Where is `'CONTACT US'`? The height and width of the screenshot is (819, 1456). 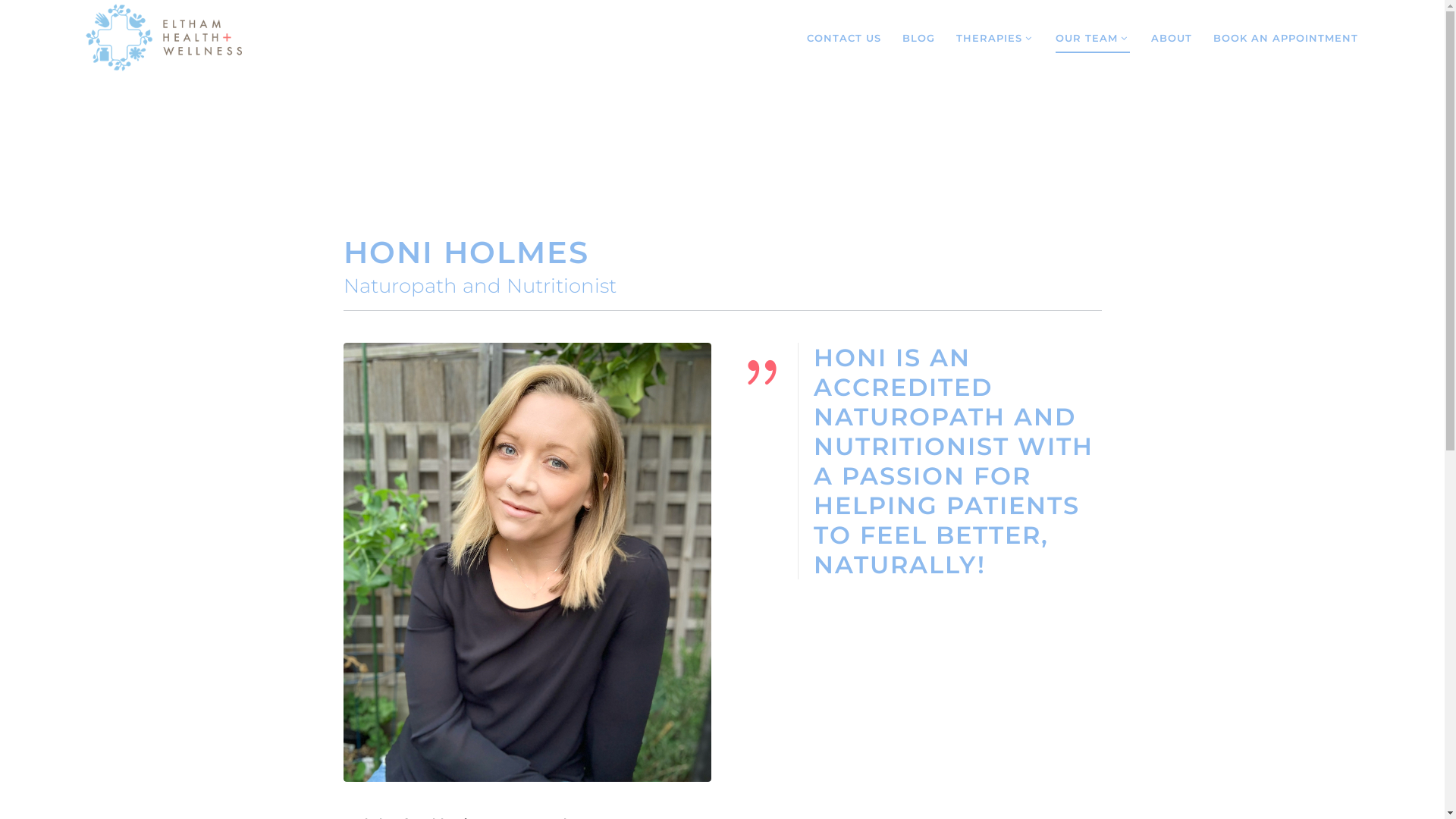 'CONTACT US' is located at coordinates (843, 37).